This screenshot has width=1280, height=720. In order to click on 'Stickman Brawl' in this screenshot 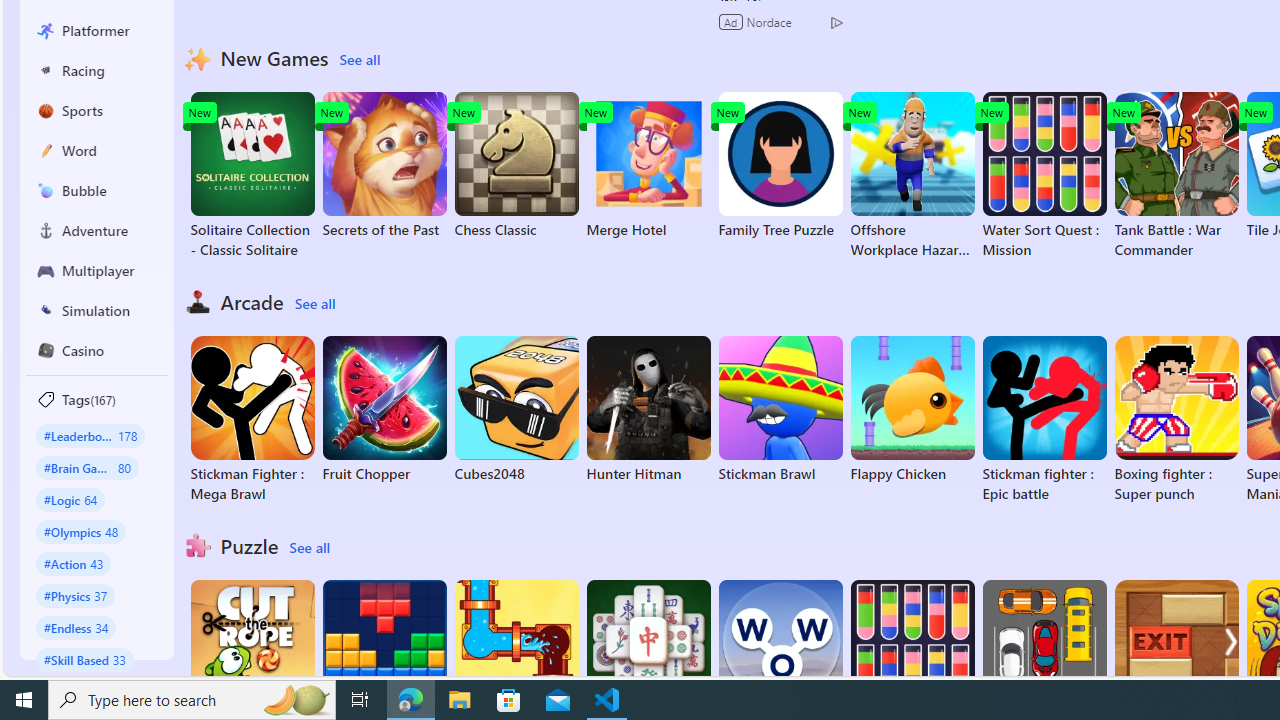, I will do `click(779, 409)`.